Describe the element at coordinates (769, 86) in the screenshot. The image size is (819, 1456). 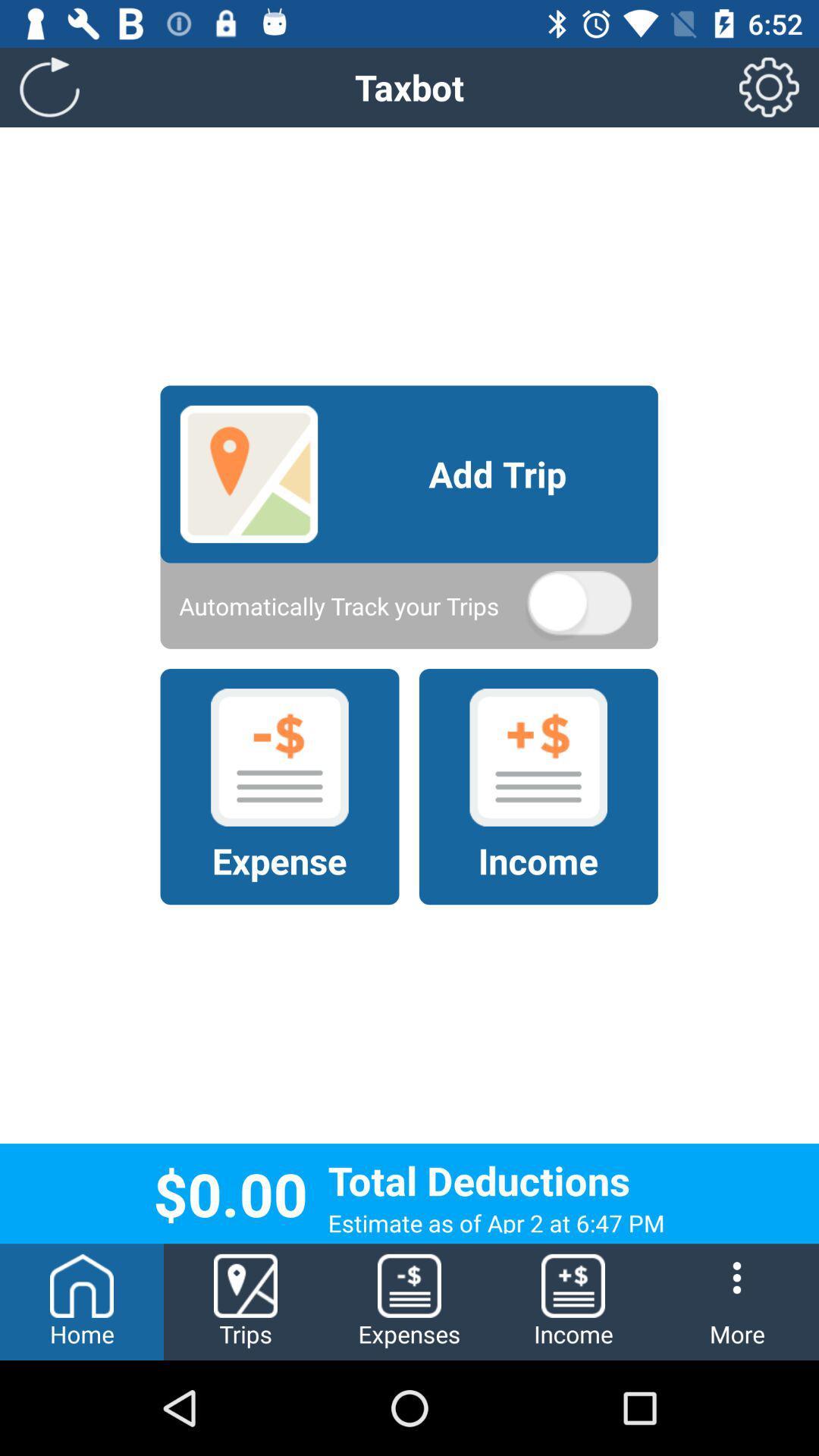
I see `item at the top right corner` at that location.